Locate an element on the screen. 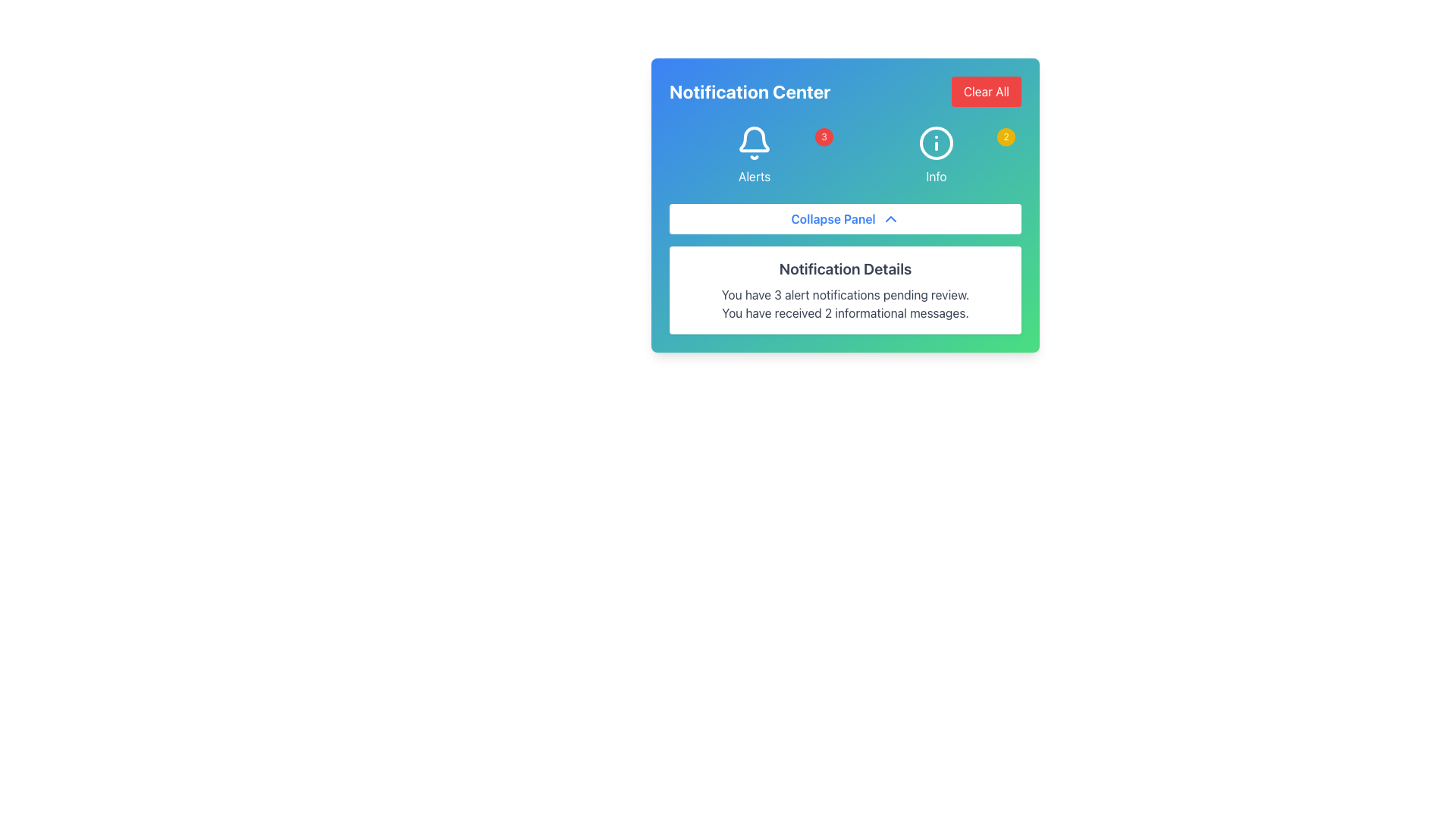 The height and width of the screenshot is (819, 1456). the Notification Badge located in the upper-right corner of the notifications section, which displays the count of unaddressed alerts is located at coordinates (823, 137).